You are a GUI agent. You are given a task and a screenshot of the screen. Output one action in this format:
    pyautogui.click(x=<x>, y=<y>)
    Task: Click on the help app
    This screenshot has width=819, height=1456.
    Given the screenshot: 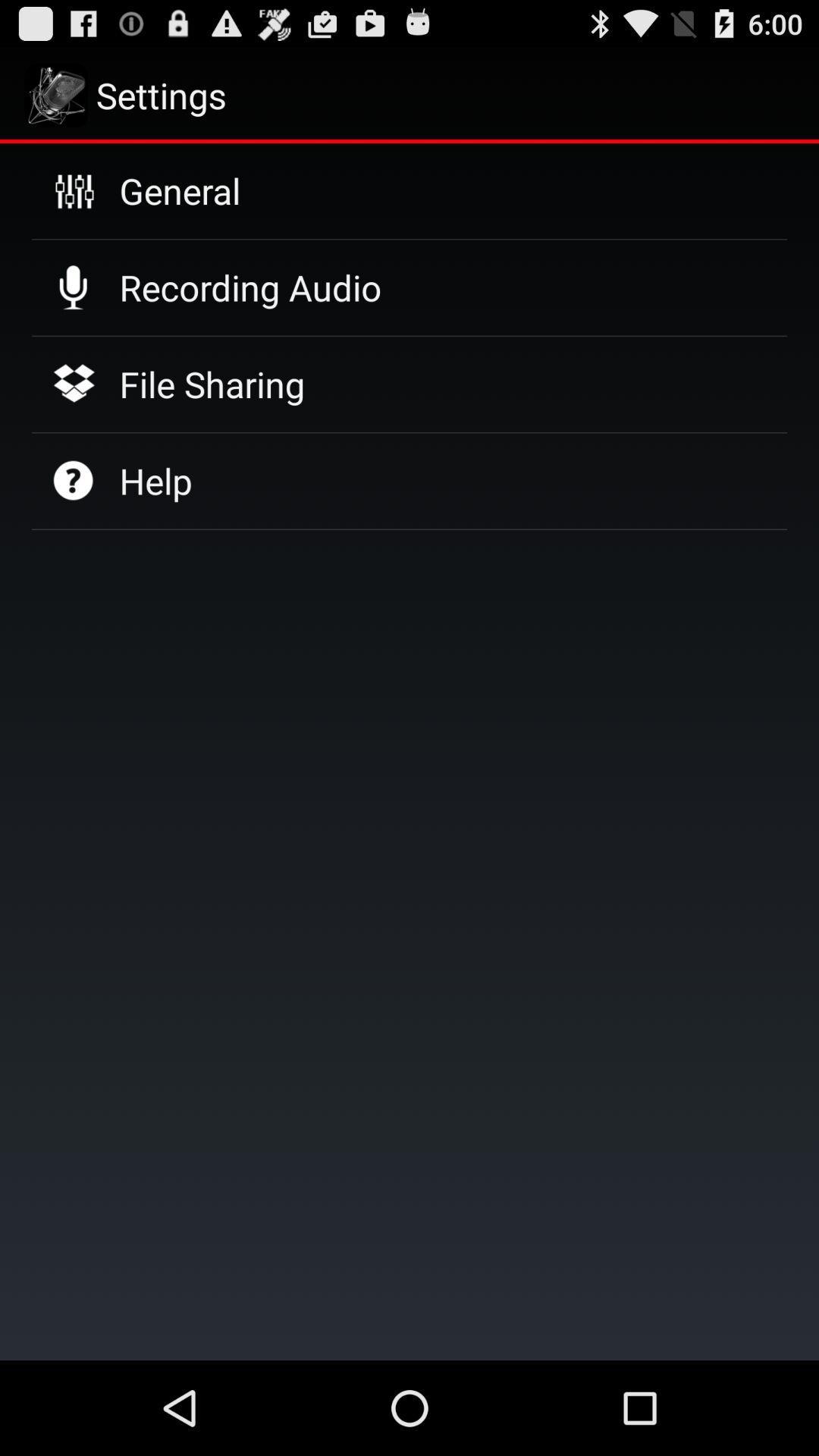 What is the action you would take?
    pyautogui.click(x=155, y=480)
    